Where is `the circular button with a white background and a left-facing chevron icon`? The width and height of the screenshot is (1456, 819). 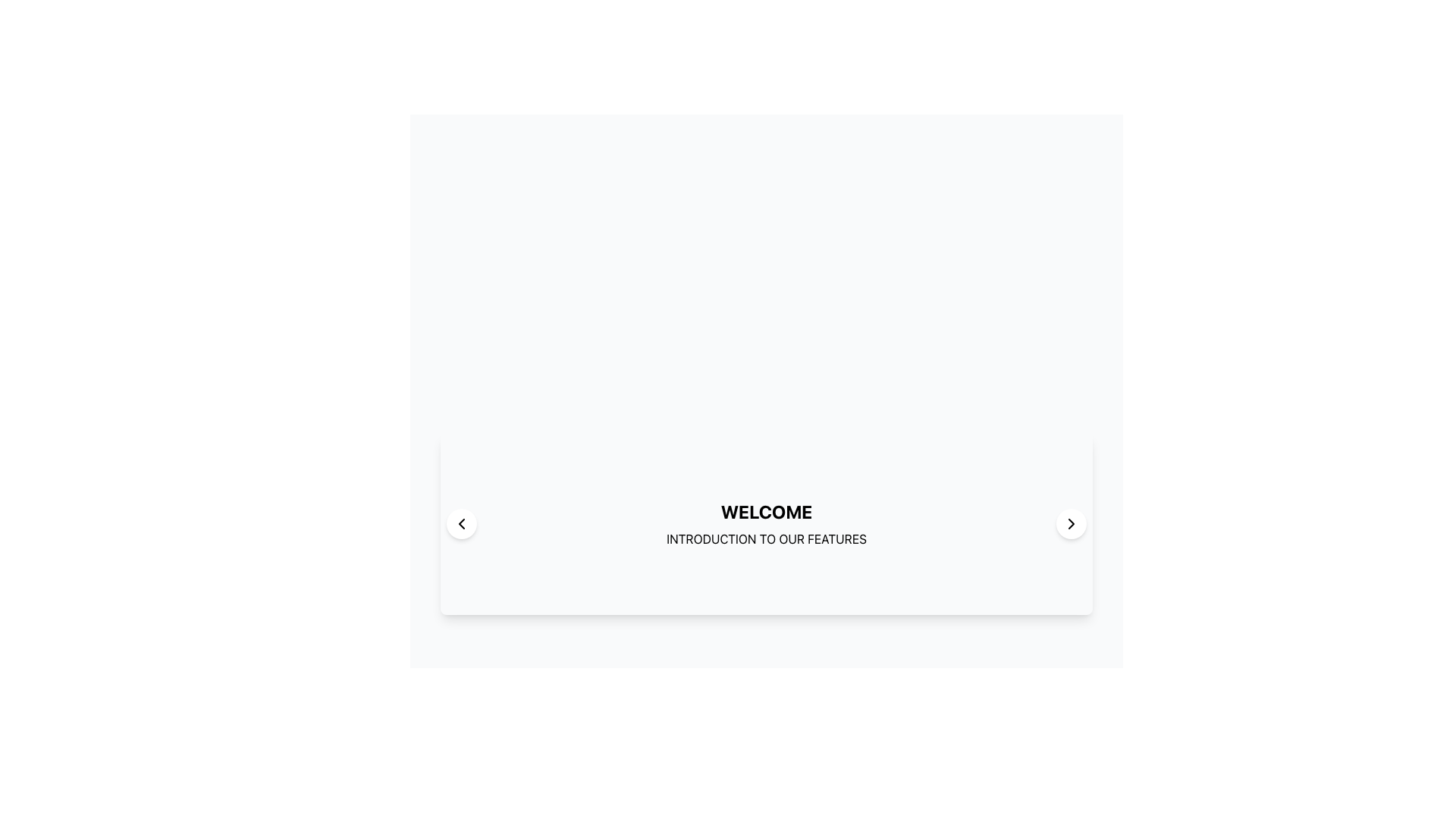
the circular button with a white background and a left-facing chevron icon is located at coordinates (461, 522).